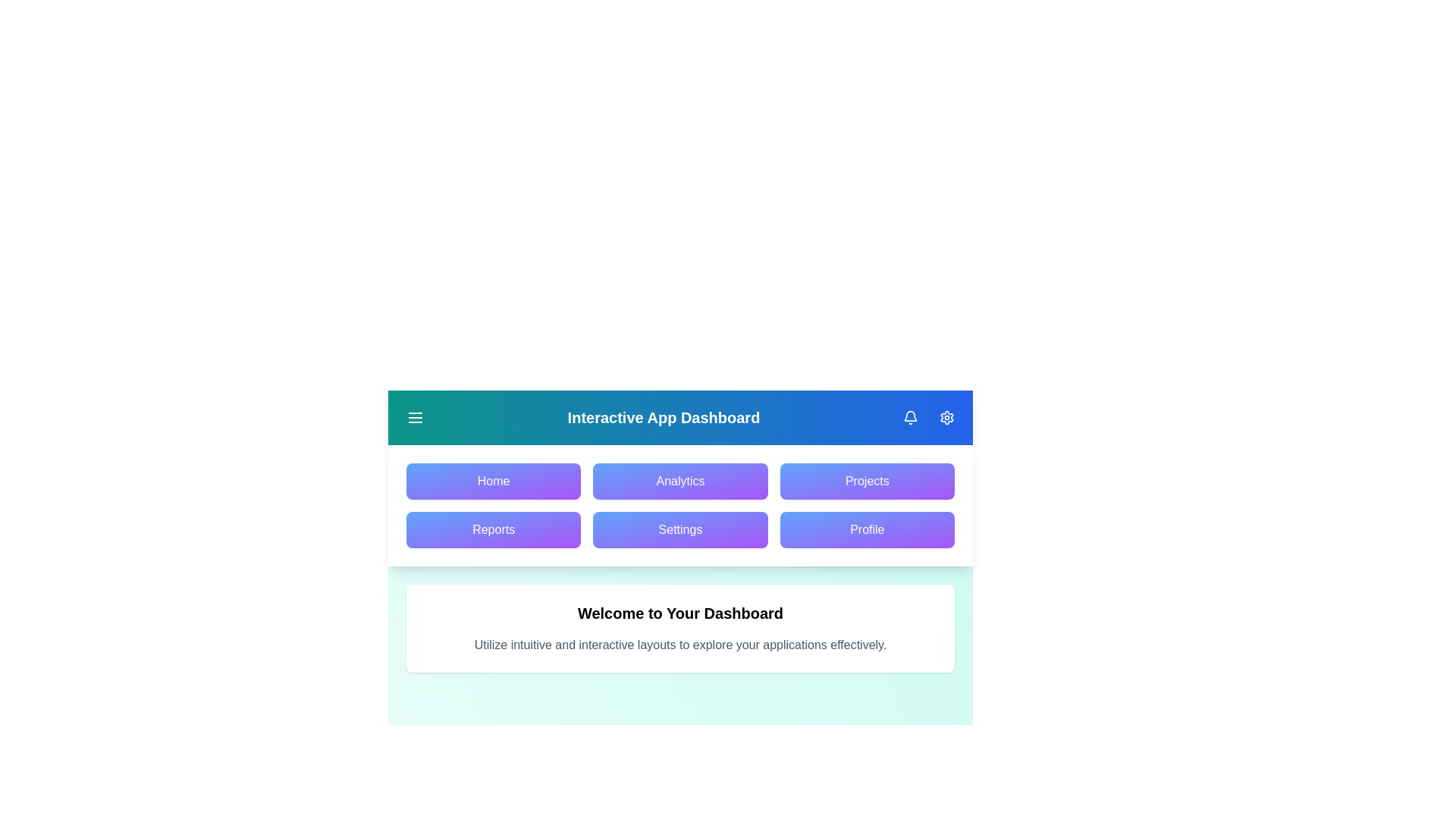 Image resolution: width=1456 pixels, height=819 pixels. Describe the element at coordinates (867, 482) in the screenshot. I see `the navigation menu item Projects` at that location.